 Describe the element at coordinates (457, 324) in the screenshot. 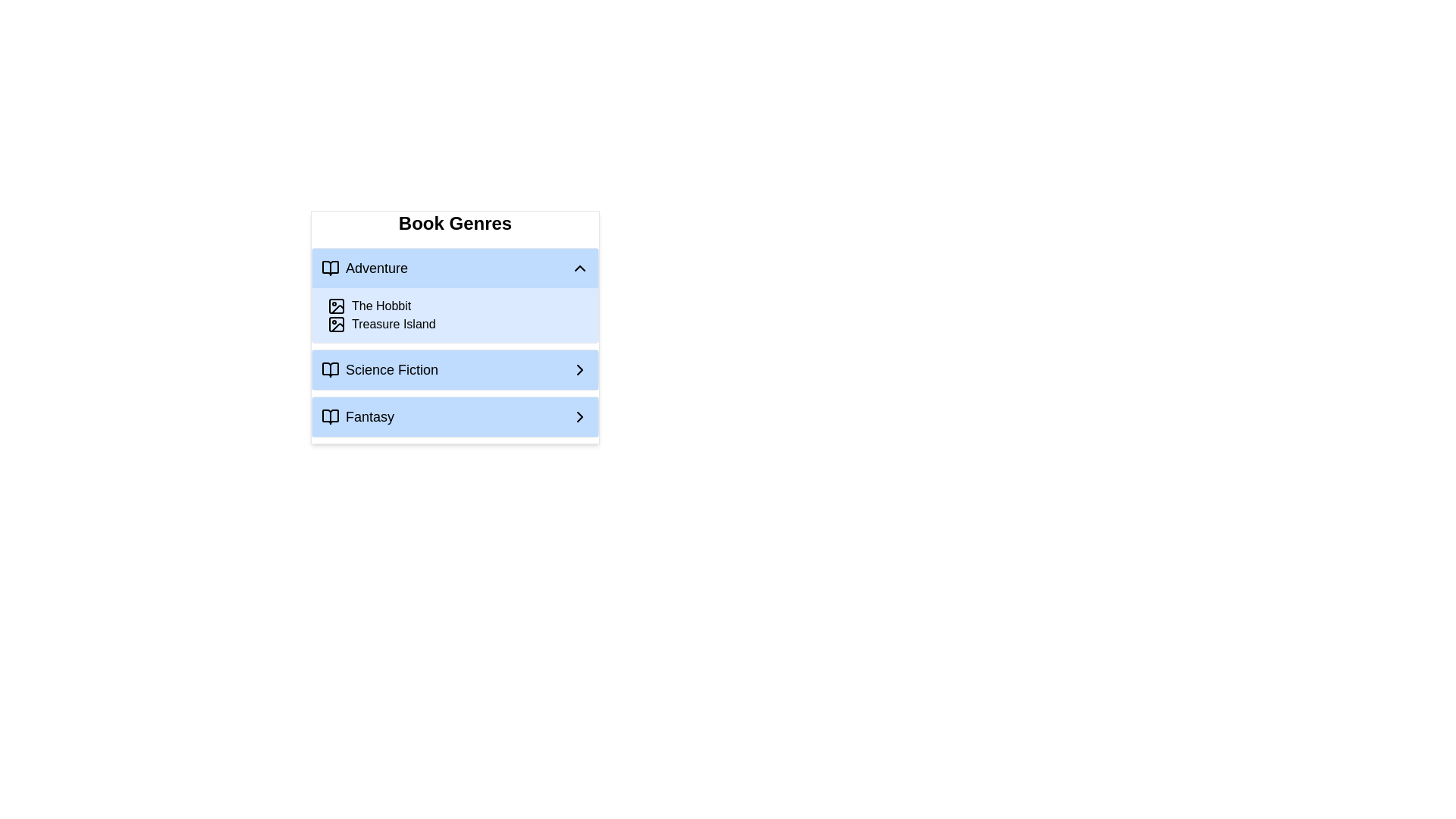

I see `the 'Treasure Island' list item, which is the second item under the 'Adventure' category in the 'Book Genres' list` at that location.